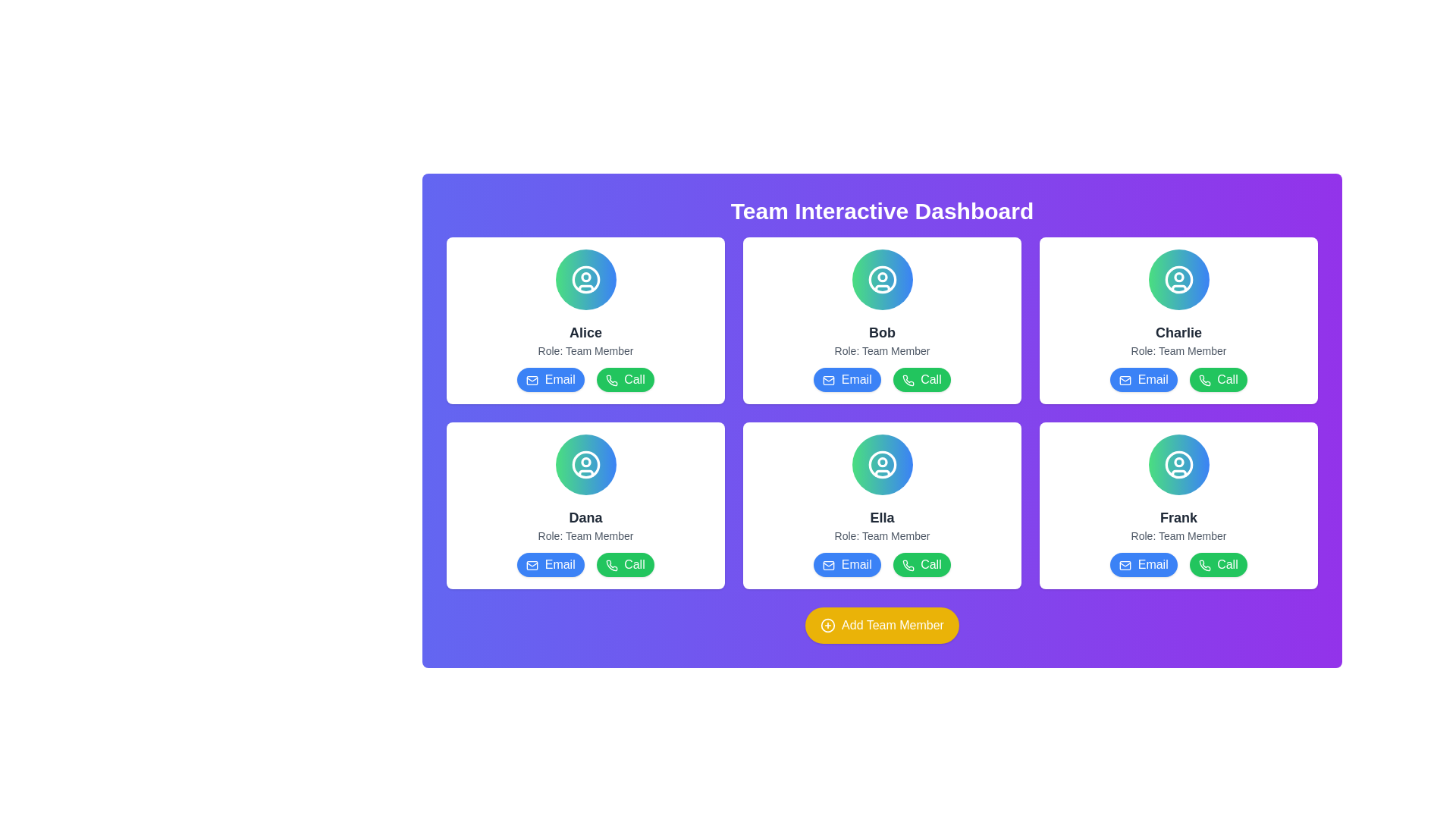 The height and width of the screenshot is (819, 1456). Describe the element at coordinates (1178, 379) in the screenshot. I see `the 'Call' button in the segmented button group located within the card displaying information about 'Charlie.' The button has a green background and is positioned at the bottom of the card` at that location.